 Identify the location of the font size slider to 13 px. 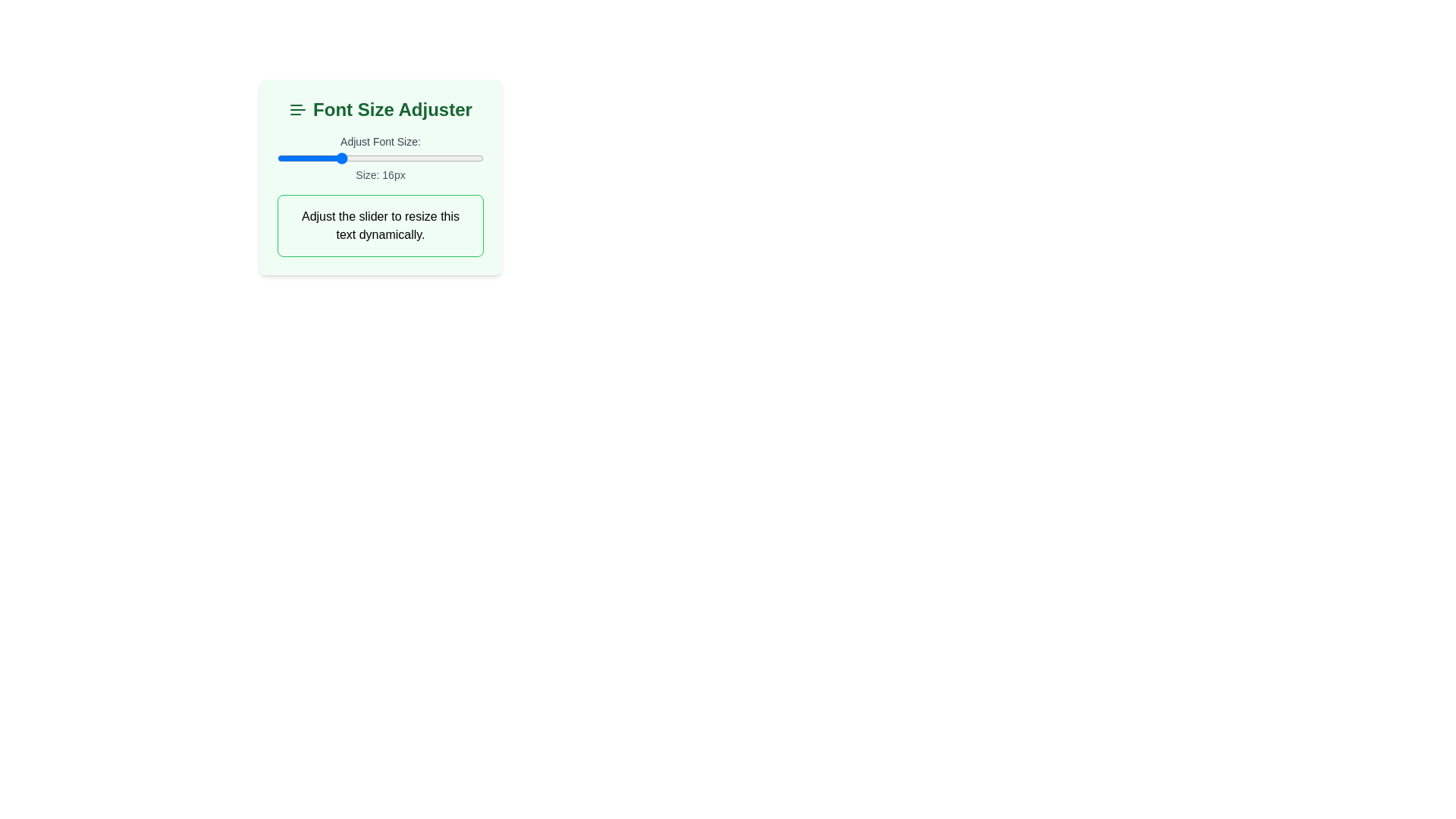
(307, 158).